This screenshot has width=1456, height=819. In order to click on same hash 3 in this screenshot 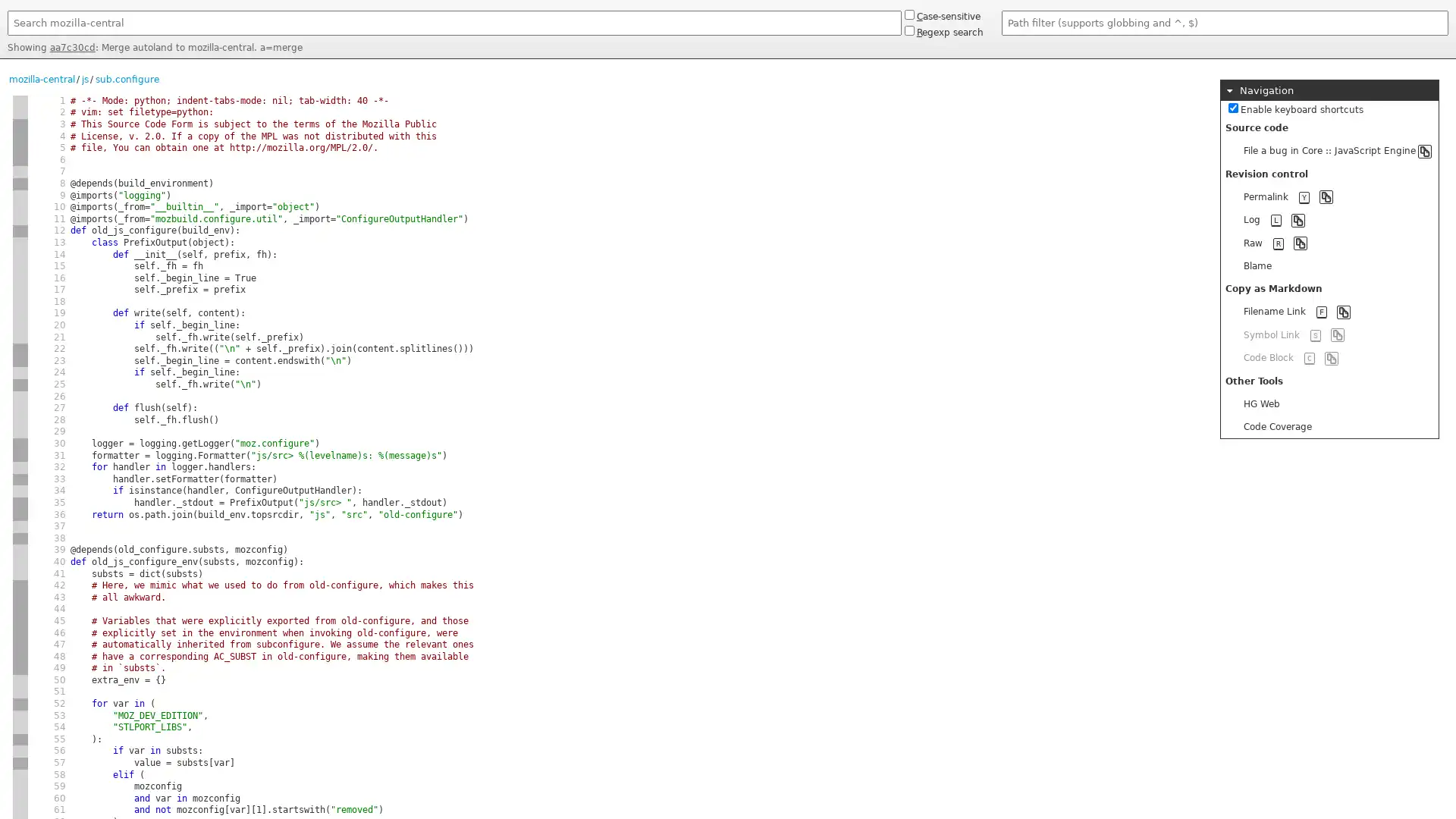, I will do `click(20, 207)`.